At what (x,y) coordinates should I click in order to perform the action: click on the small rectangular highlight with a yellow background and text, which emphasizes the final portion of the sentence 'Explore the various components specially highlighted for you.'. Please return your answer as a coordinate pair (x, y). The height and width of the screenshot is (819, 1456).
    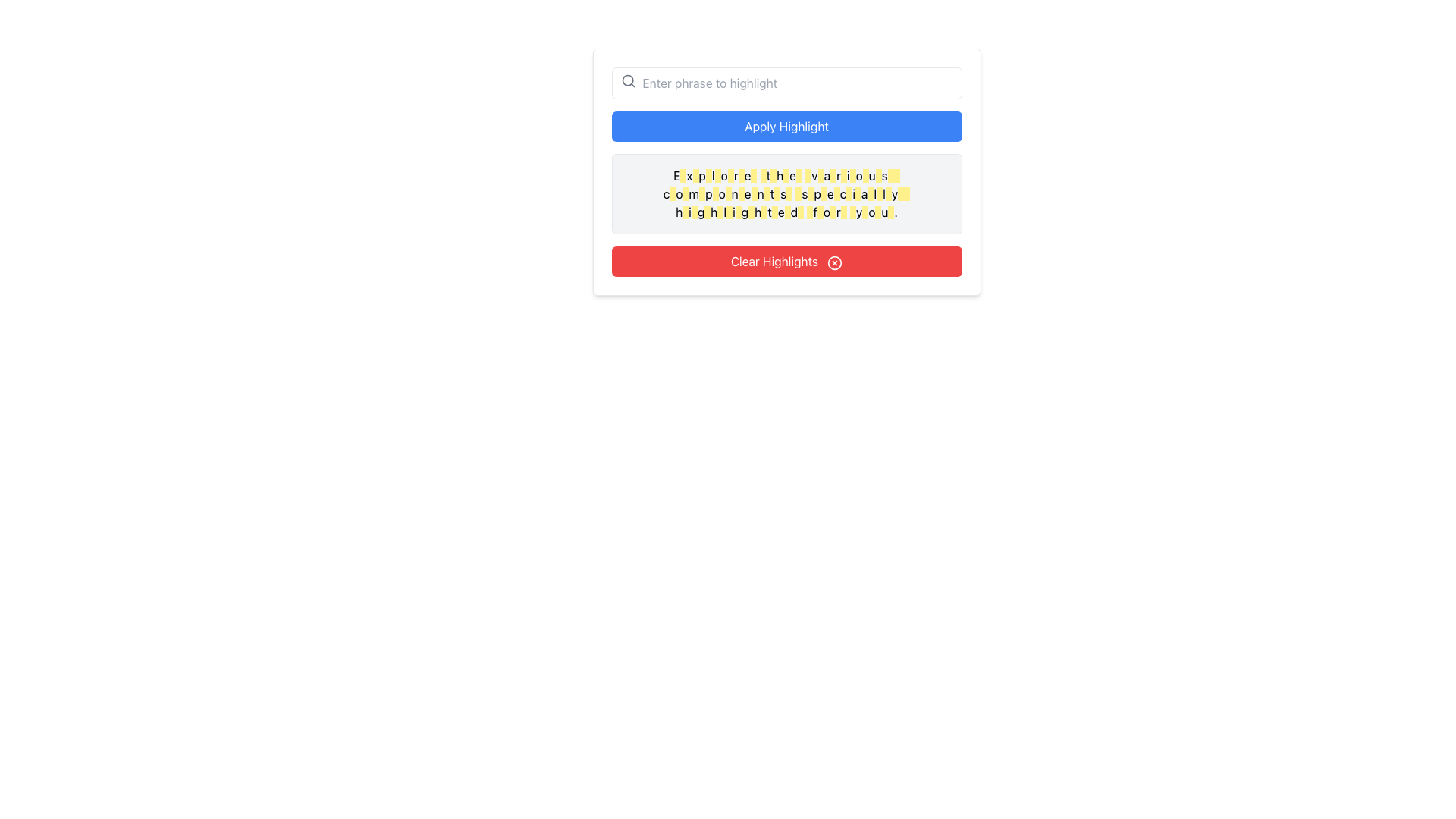
    Looking at the image, I should click on (907, 193).